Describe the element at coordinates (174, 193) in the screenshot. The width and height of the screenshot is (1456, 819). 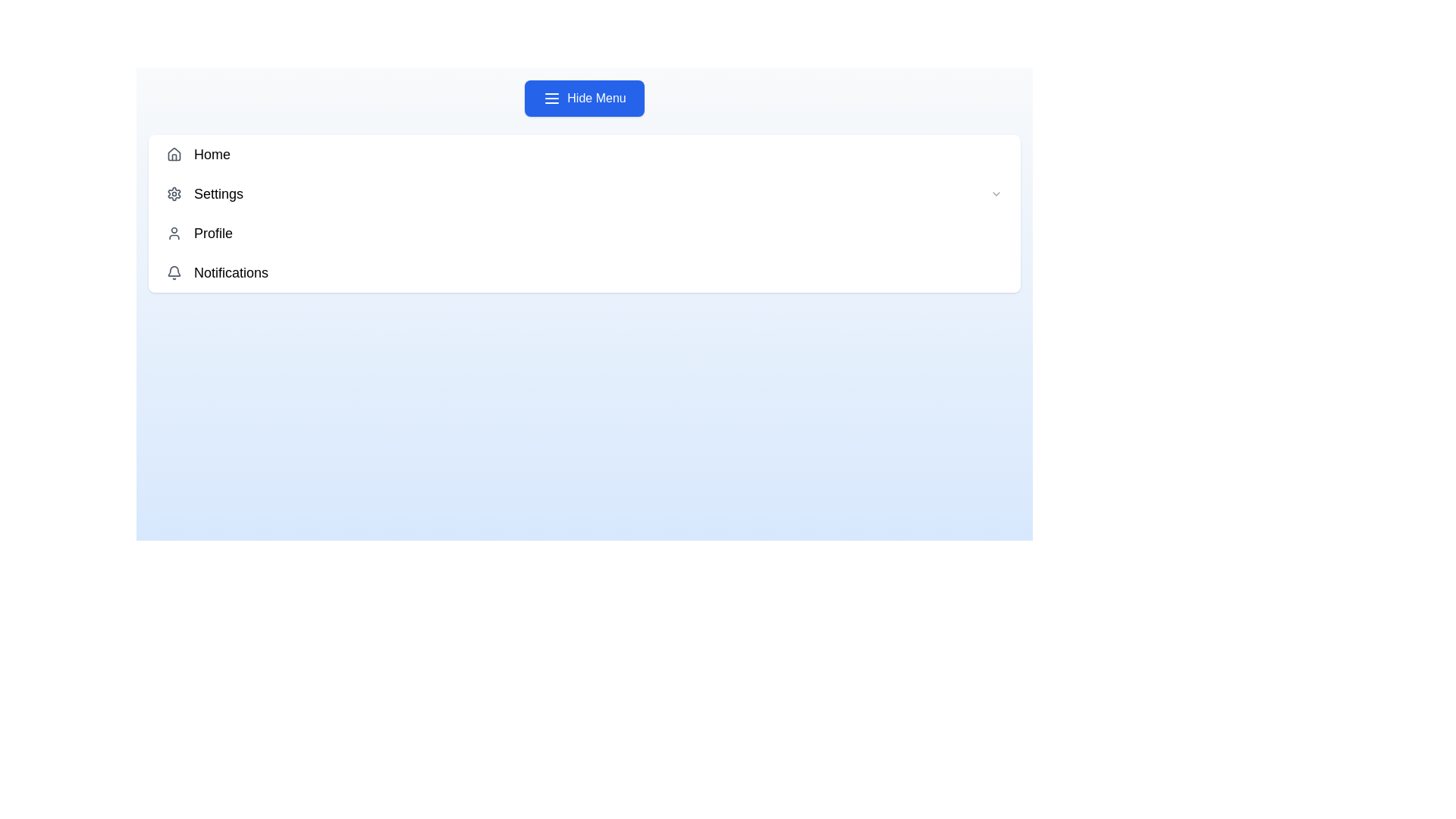
I see `the gear-shaped icon in the navigation menu` at that location.